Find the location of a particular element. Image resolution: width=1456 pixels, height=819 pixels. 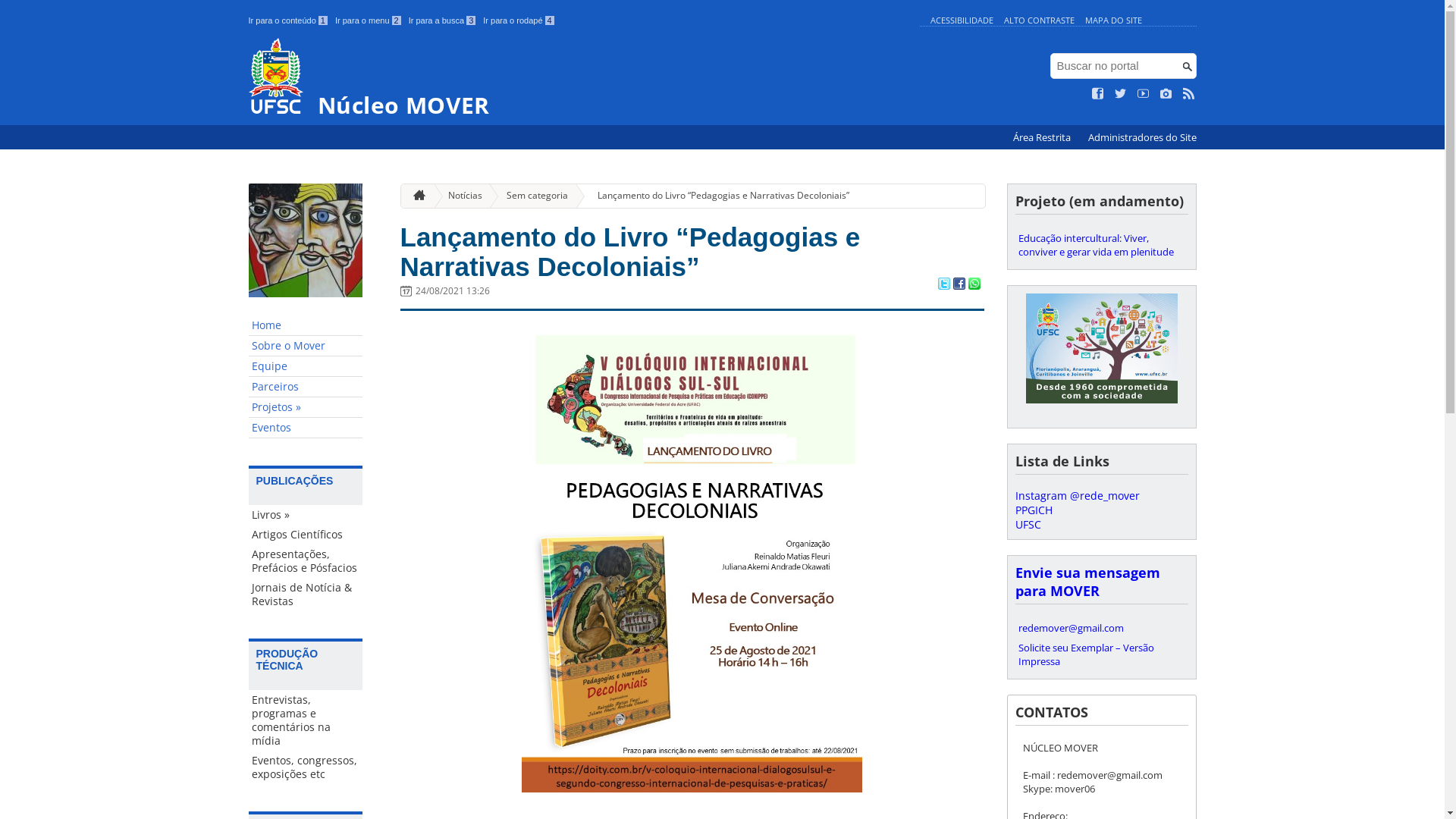

'Siga no Twitter' is located at coordinates (1114, 93).